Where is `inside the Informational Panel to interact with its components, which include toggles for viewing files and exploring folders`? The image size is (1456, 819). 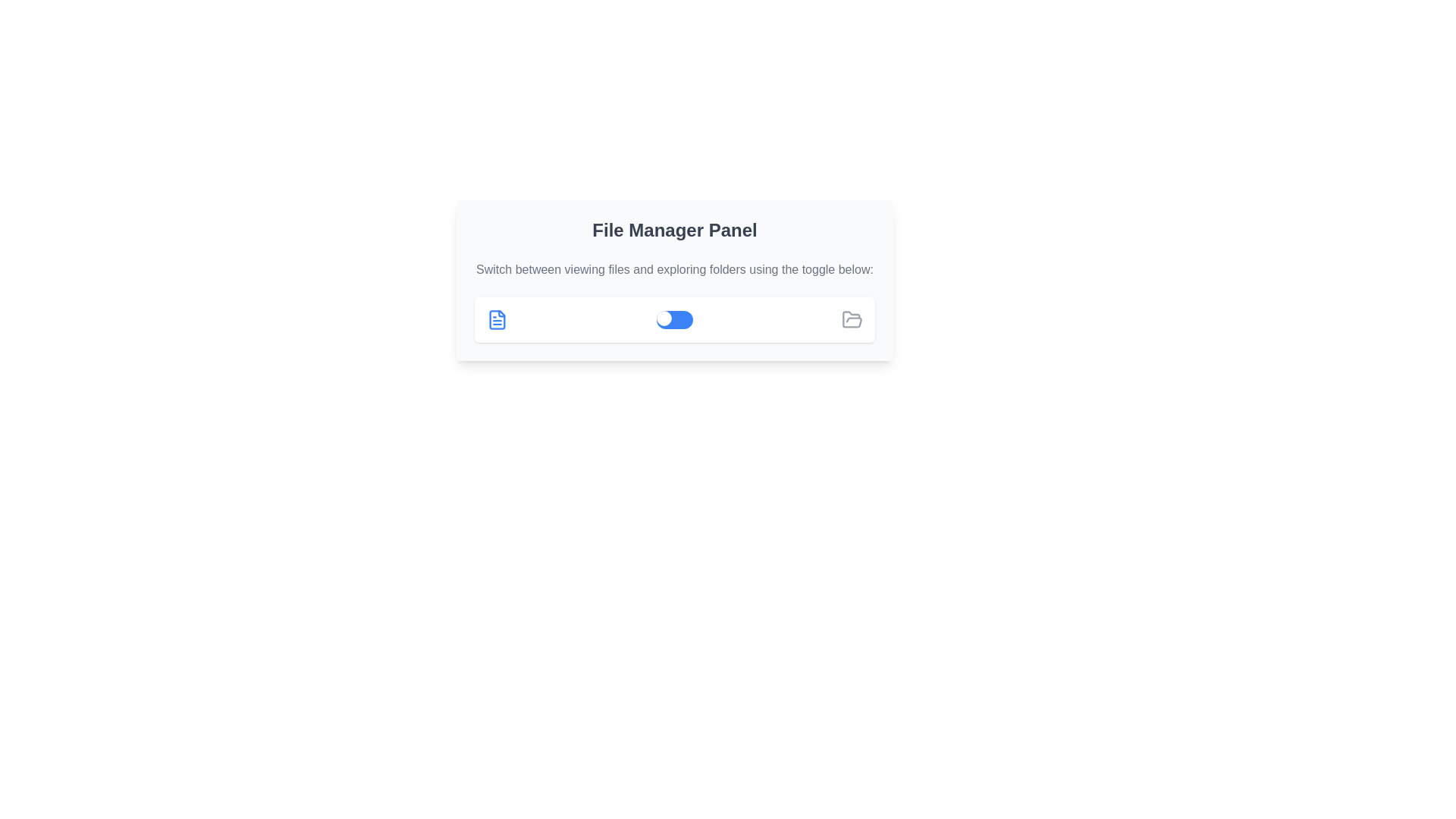
inside the Informational Panel to interact with its components, which include toggles for viewing files and exploring folders is located at coordinates (673, 281).